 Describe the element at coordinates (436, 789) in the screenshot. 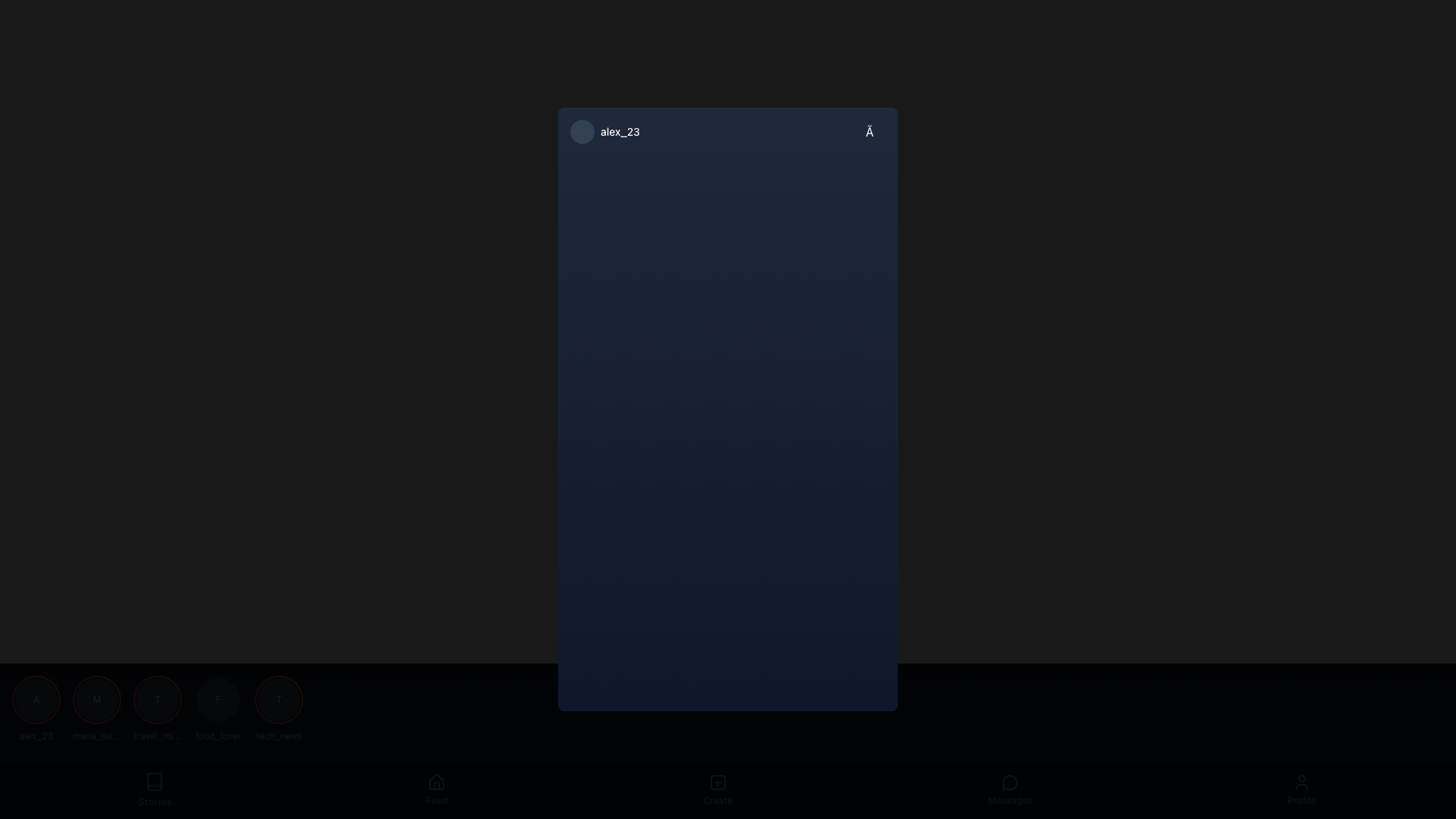

I see `the navigation button located in the bottom navigation bar, which is the second item from the left` at that location.